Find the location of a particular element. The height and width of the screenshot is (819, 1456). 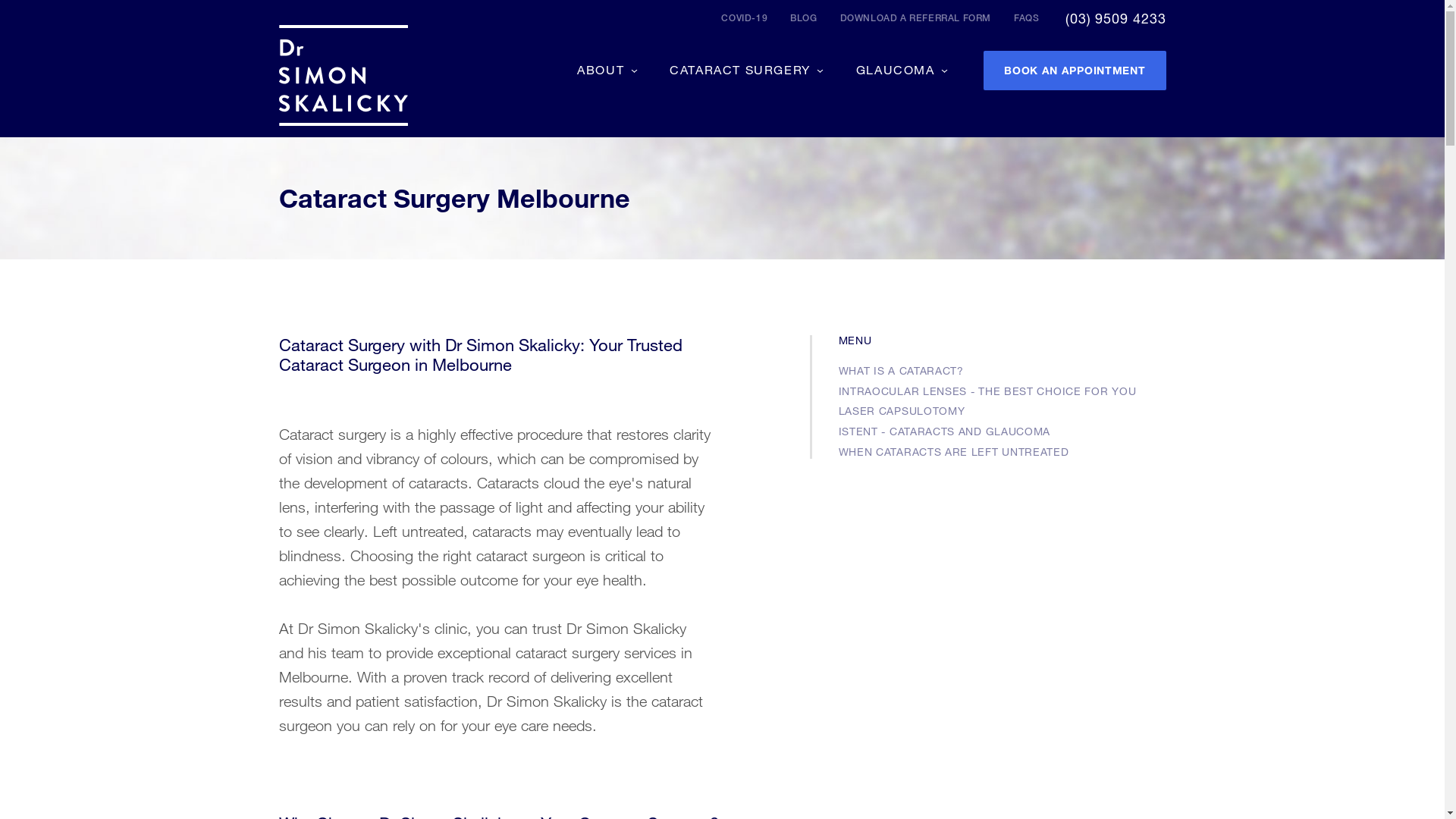

'ABOUT' is located at coordinates (607, 69).